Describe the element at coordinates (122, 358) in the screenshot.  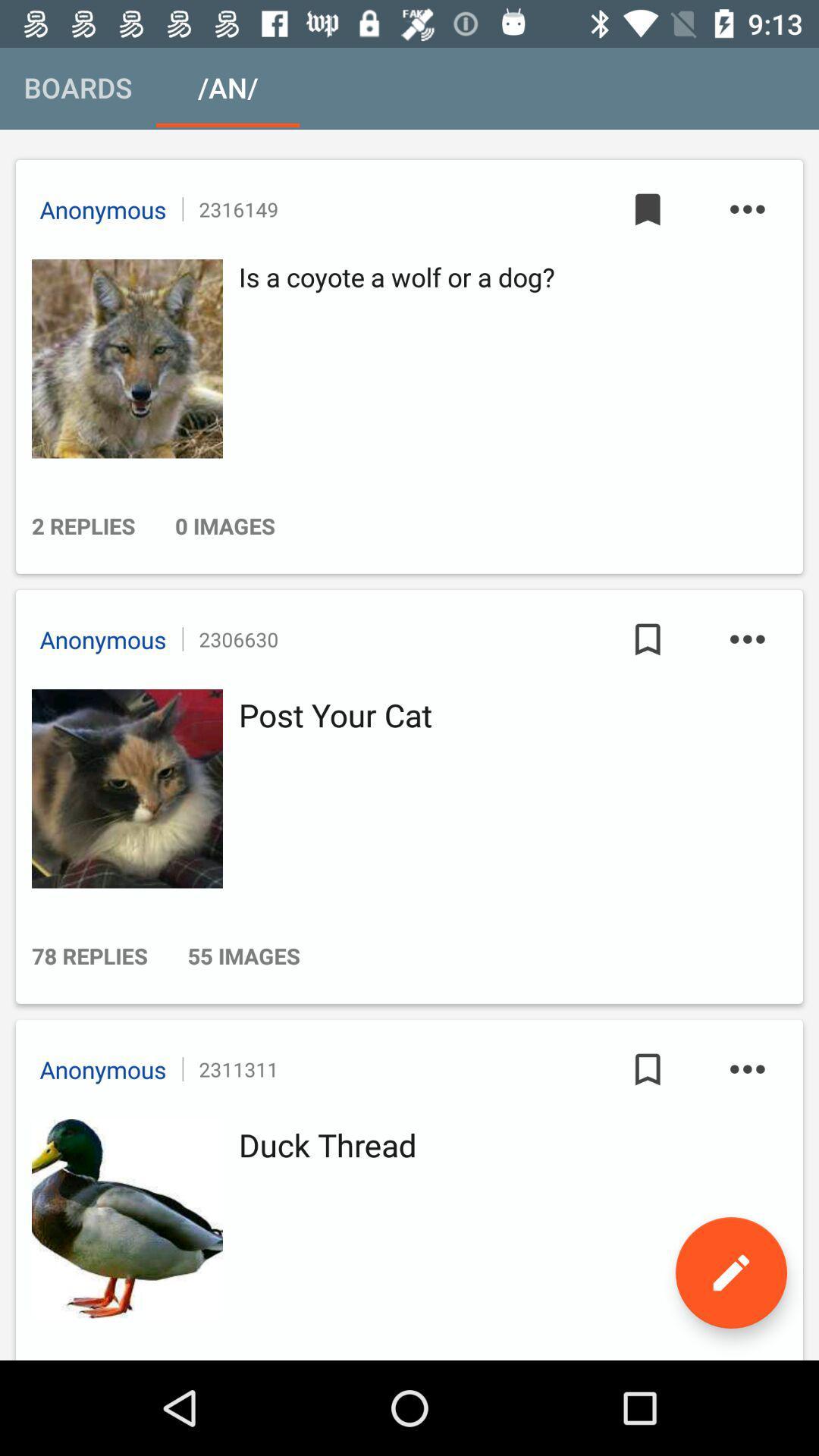
I see `image thumnail` at that location.